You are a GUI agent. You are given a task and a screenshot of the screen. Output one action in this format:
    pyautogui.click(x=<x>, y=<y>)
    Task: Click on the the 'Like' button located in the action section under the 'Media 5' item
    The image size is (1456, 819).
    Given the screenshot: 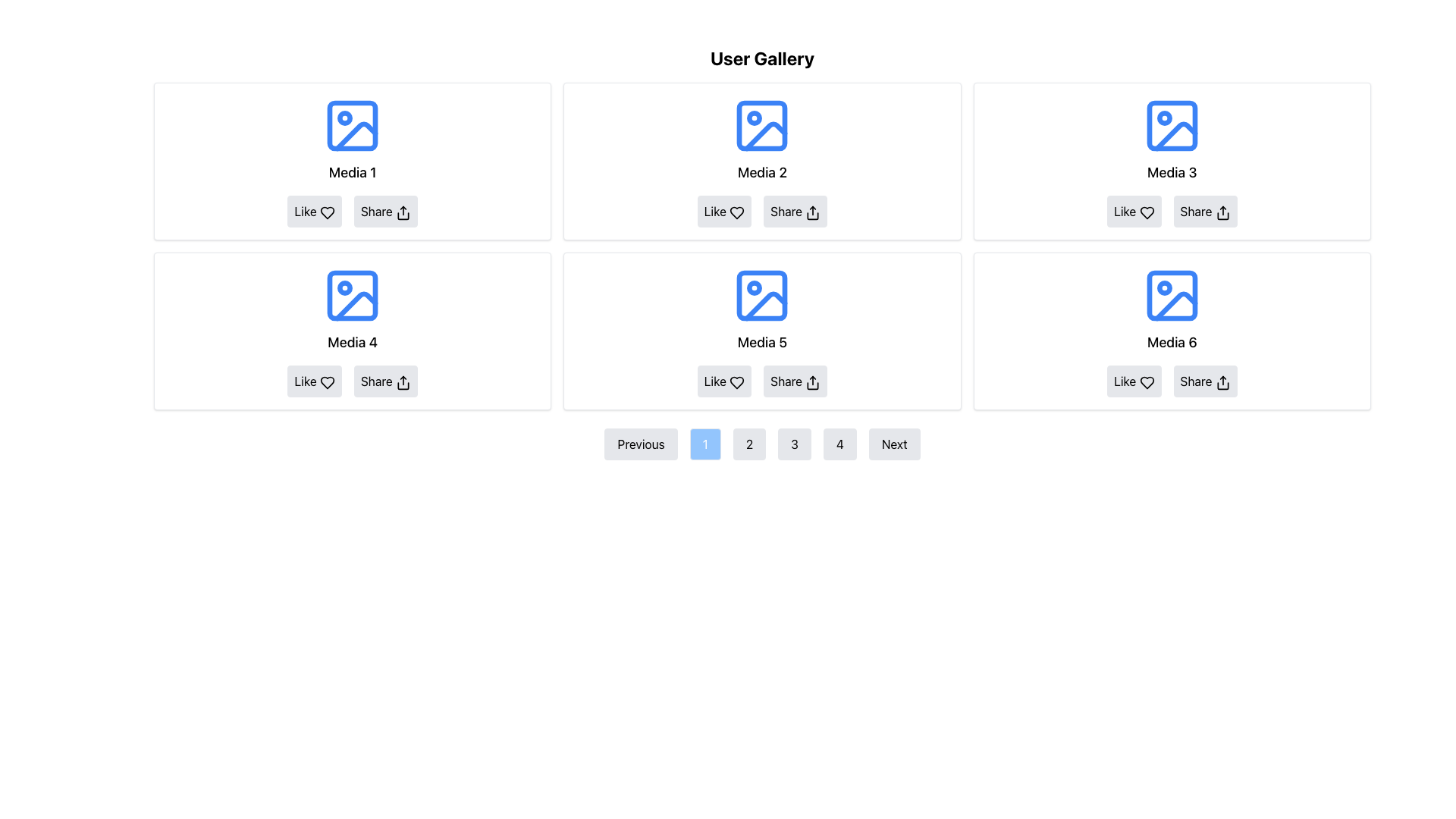 What is the action you would take?
    pyautogui.click(x=723, y=380)
    